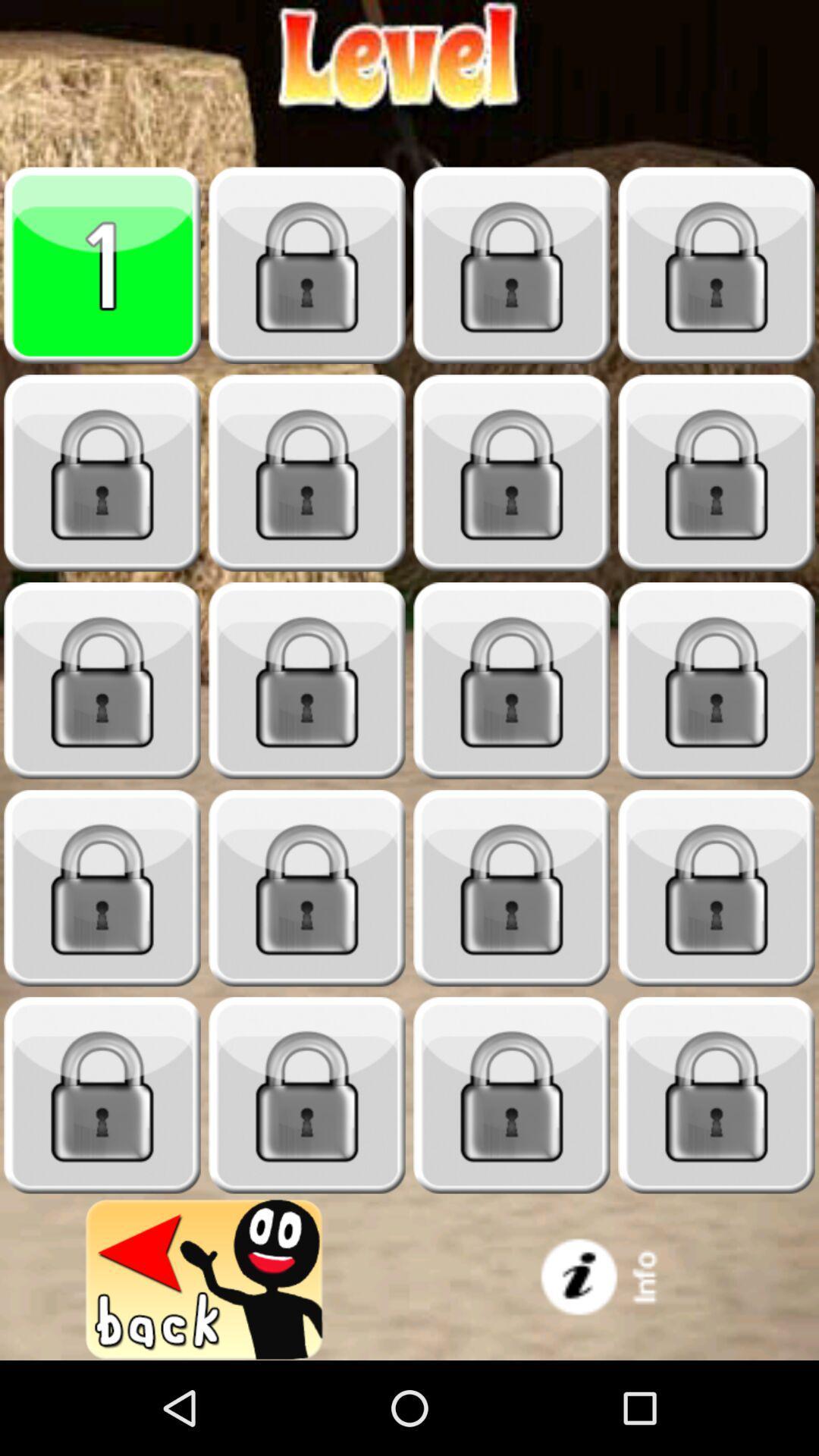 This screenshot has width=819, height=1456. I want to click on information on app, so click(614, 1279).